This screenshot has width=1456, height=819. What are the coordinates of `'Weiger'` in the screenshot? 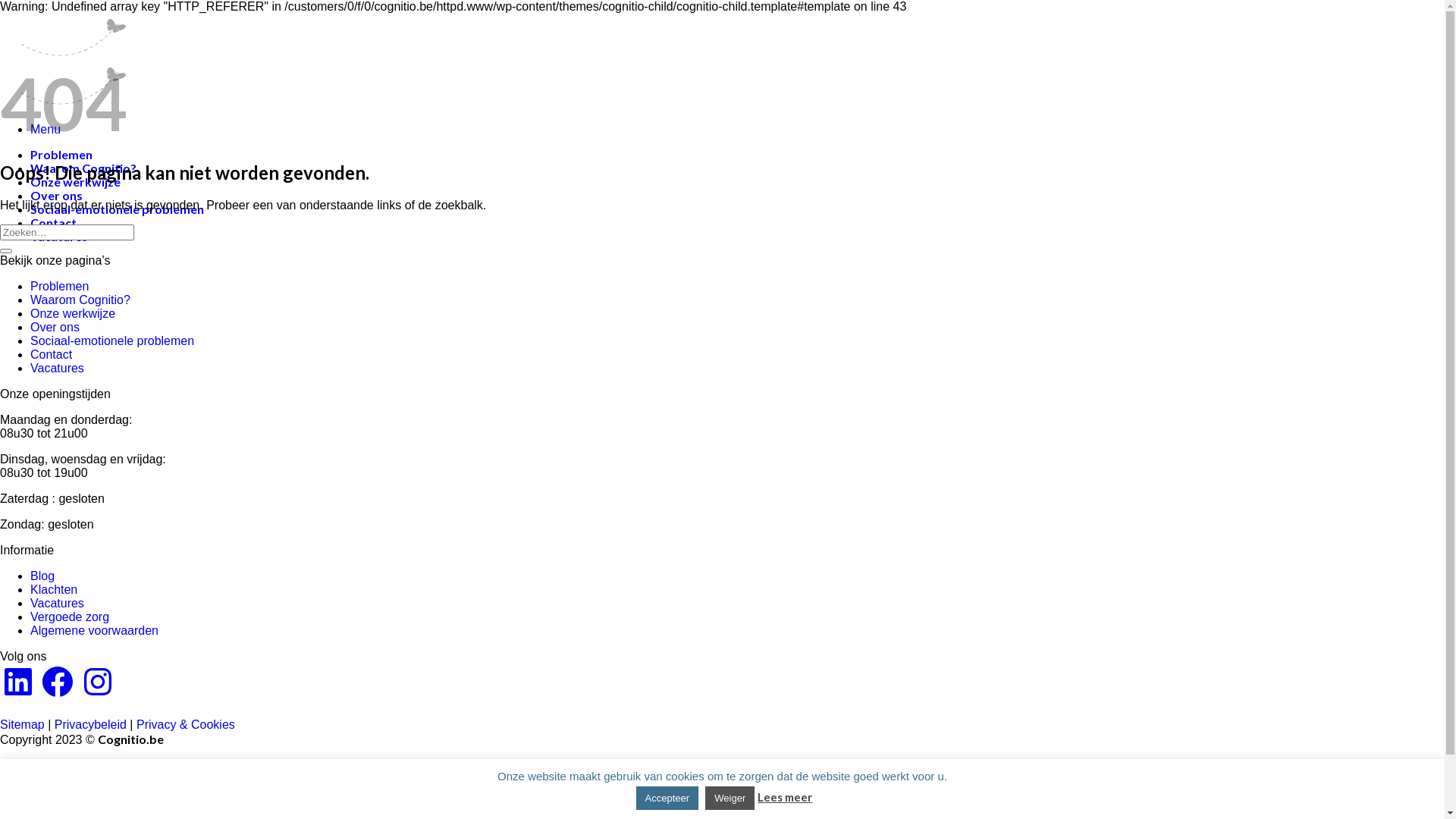 It's located at (730, 797).